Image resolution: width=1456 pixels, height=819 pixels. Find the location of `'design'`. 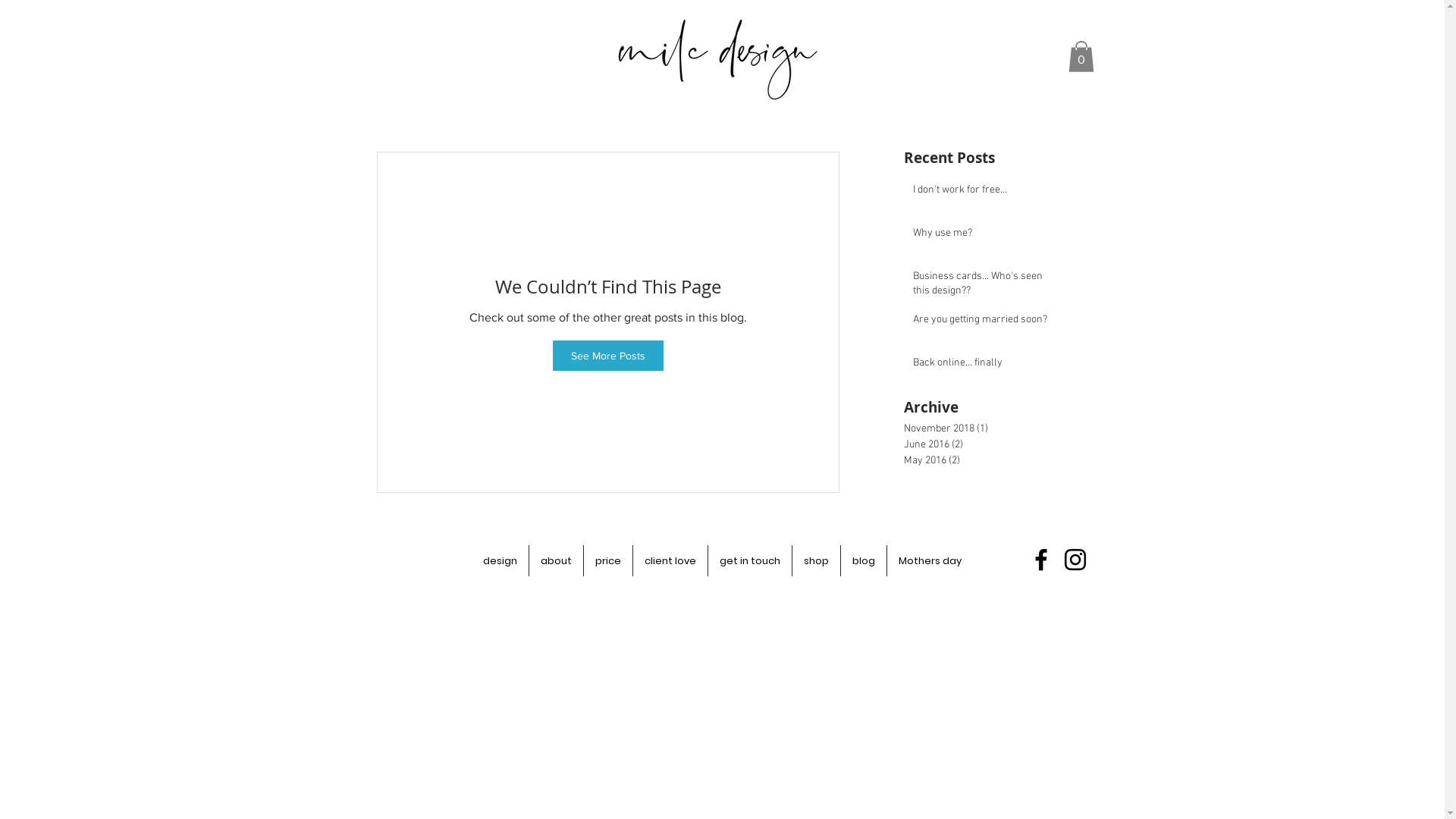

'design' is located at coordinates (471, 560).